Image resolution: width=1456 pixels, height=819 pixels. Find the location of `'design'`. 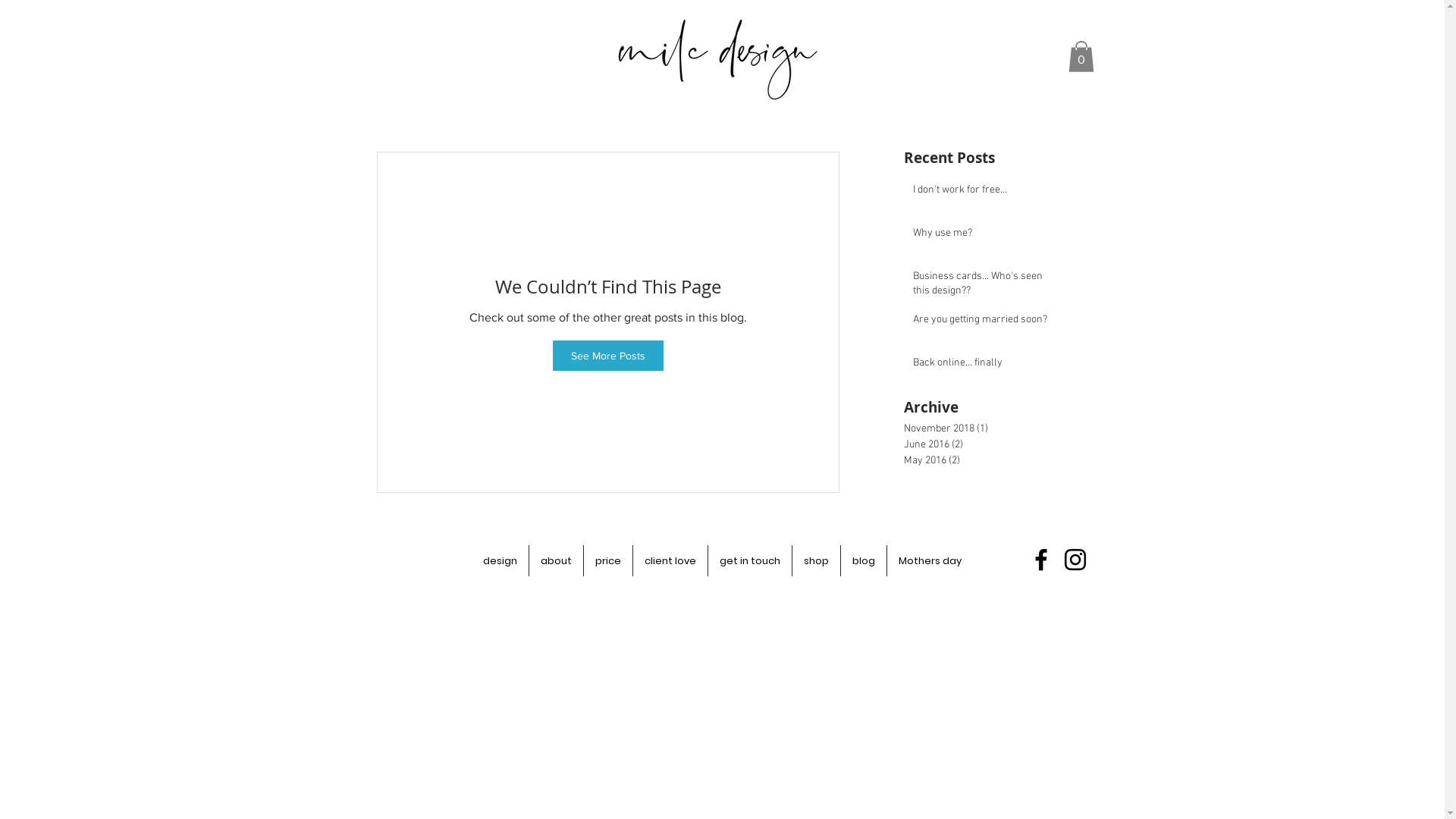

'design' is located at coordinates (471, 560).